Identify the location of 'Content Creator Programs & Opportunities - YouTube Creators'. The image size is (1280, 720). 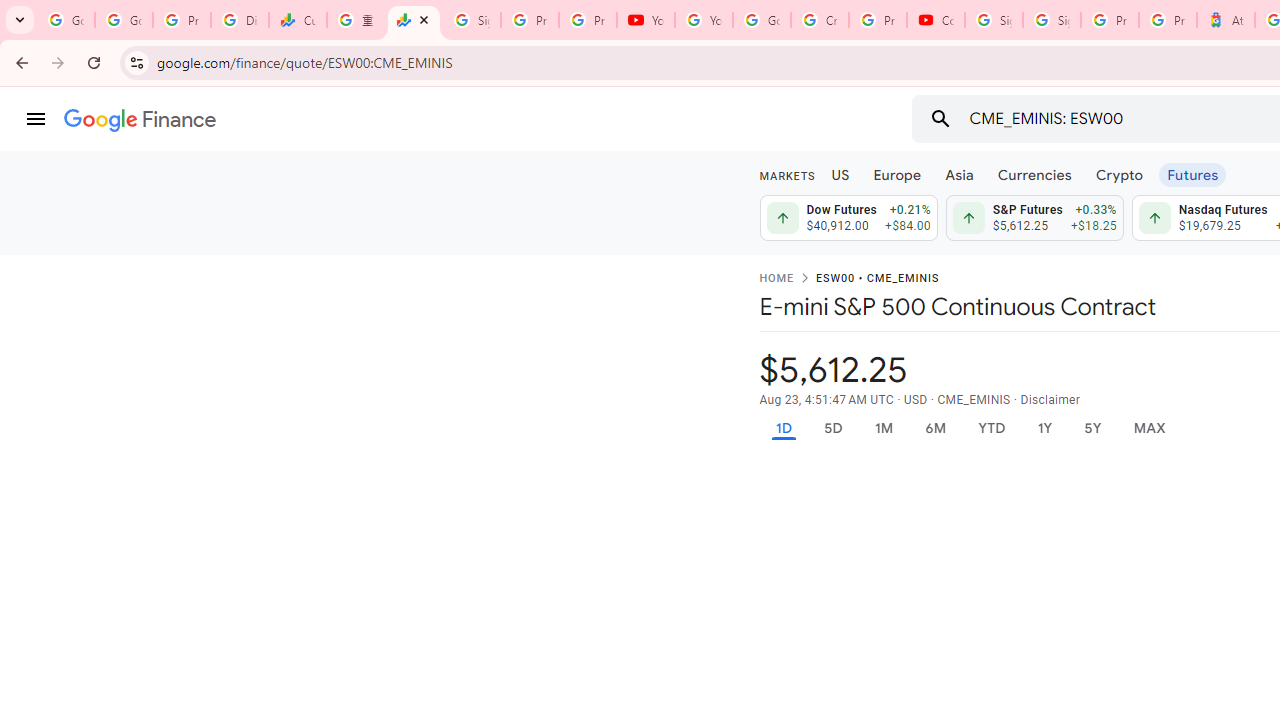
(935, 20).